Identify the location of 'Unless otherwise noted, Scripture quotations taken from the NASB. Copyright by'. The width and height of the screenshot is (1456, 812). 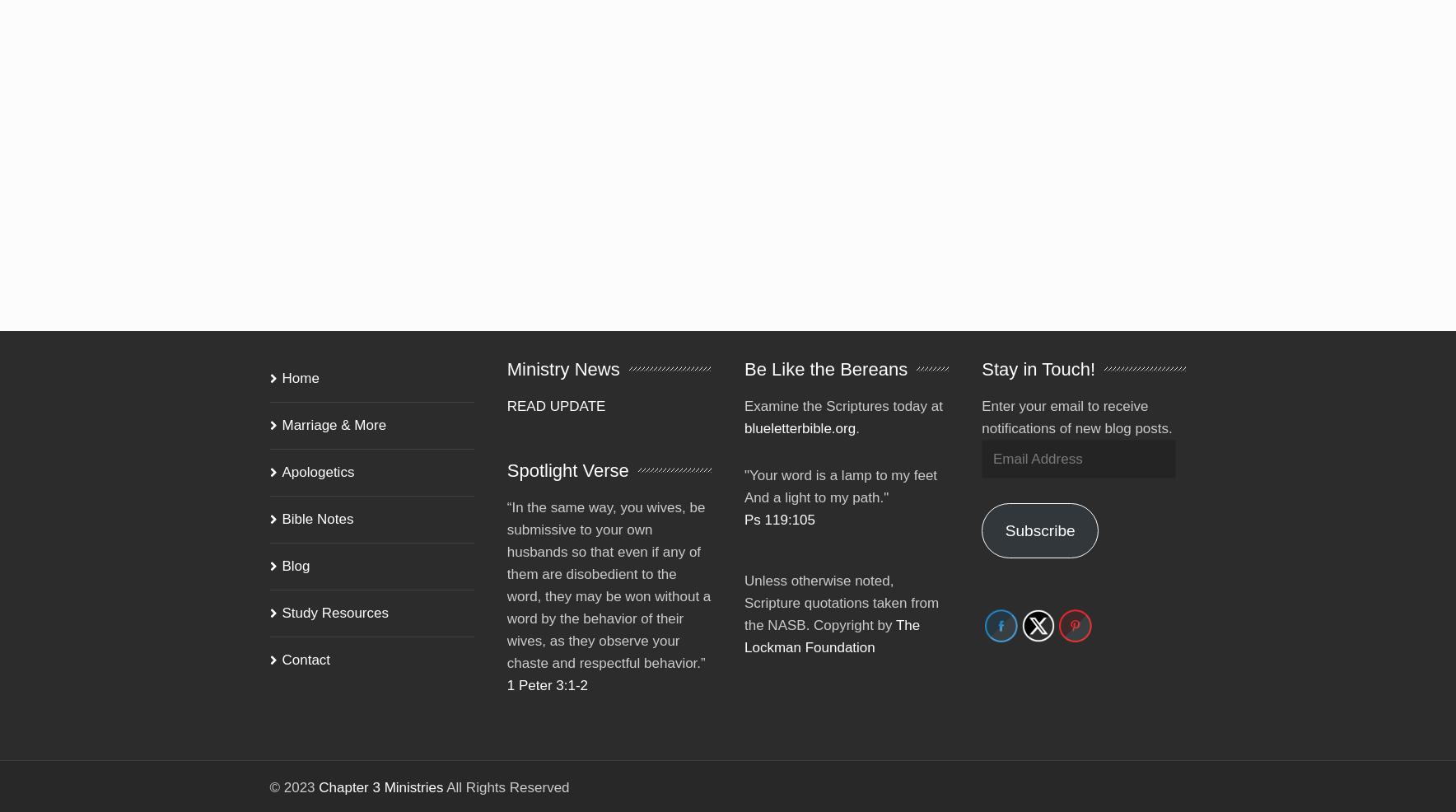
(841, 580).